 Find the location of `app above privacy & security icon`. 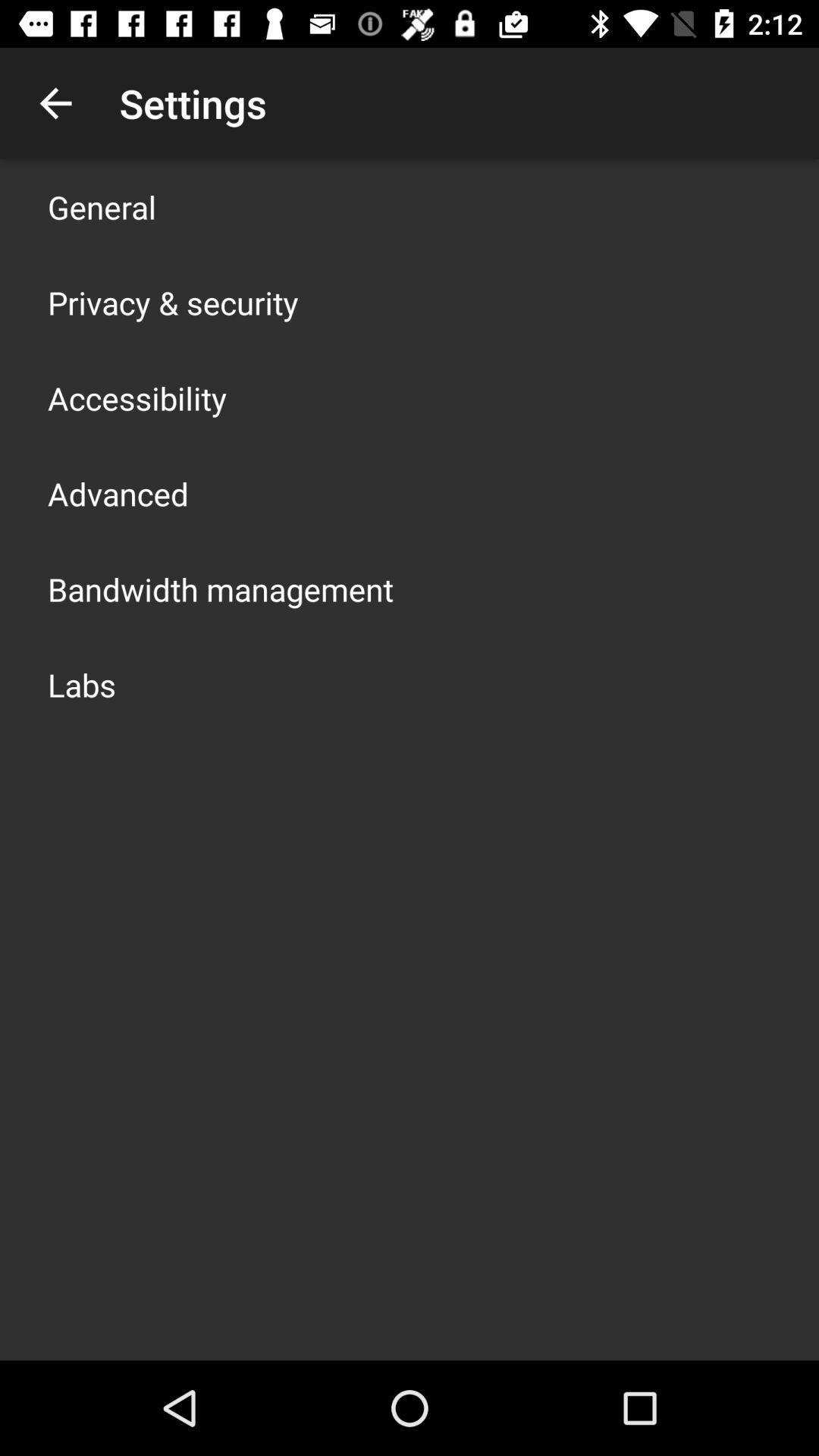

app above privacy & security icon is located at coordinates (102, 206).